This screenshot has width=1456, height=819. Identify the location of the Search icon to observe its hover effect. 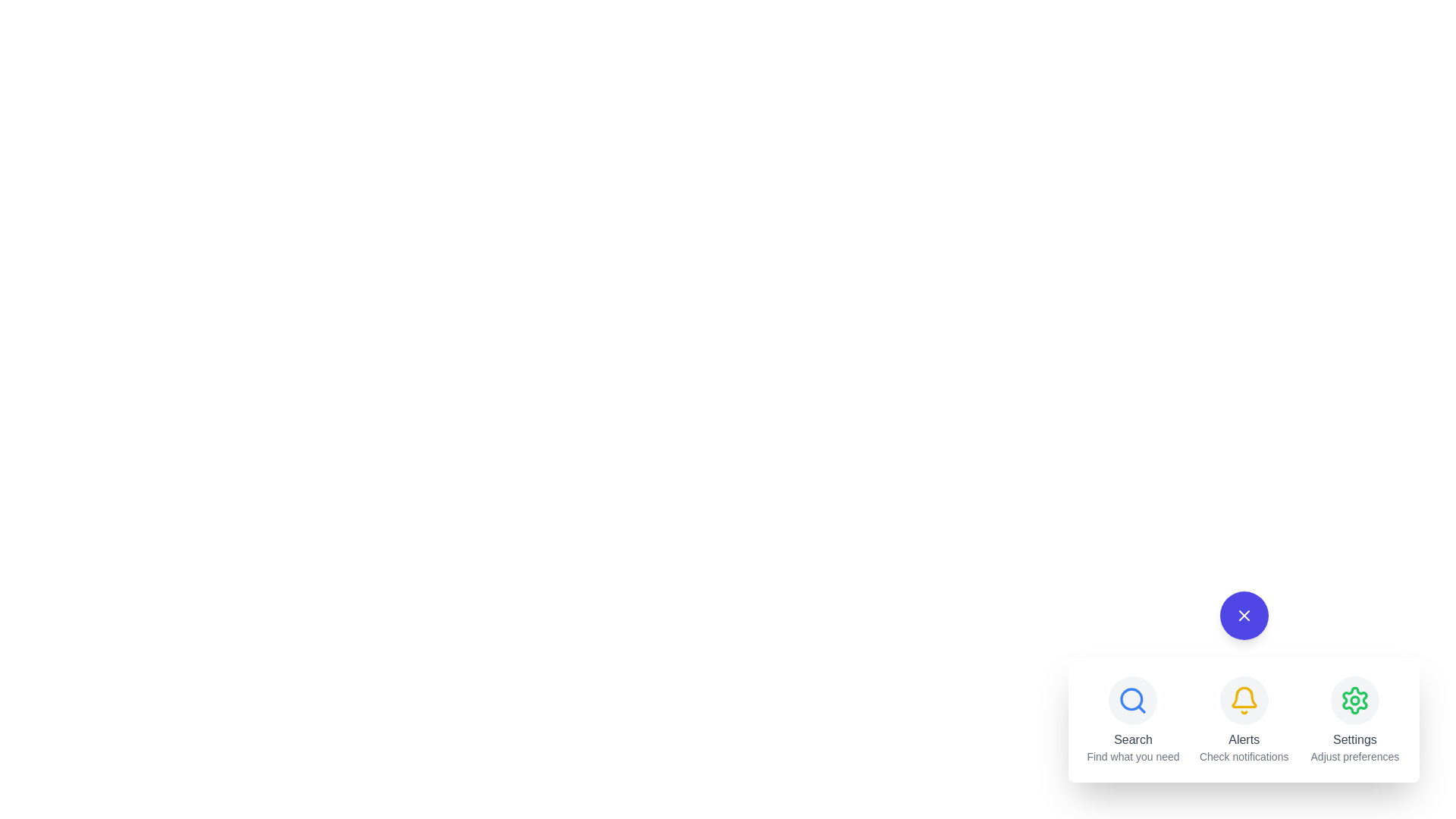
(1133, 701).